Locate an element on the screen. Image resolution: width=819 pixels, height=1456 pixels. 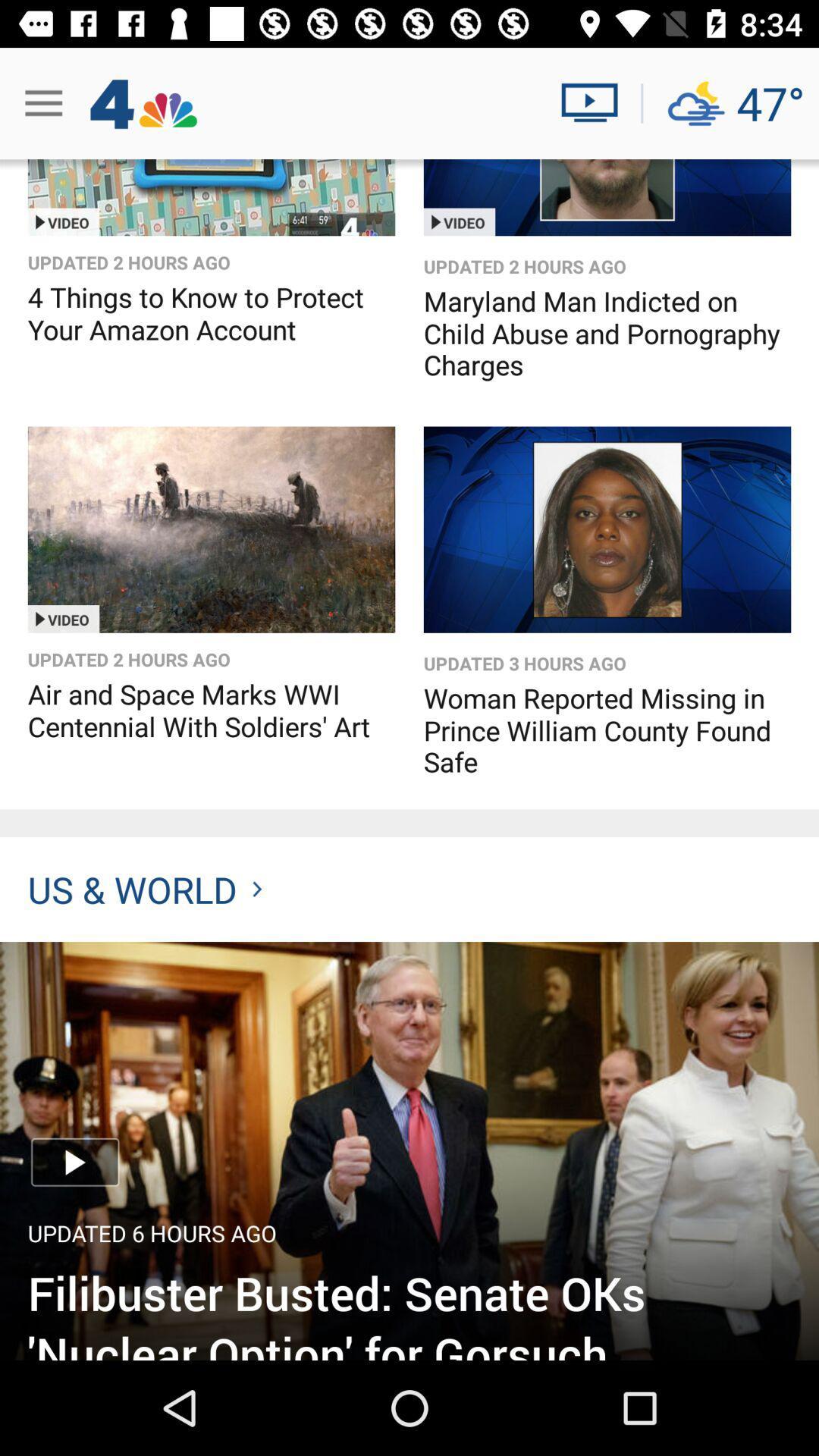
video is located at coordinates (595, 102).